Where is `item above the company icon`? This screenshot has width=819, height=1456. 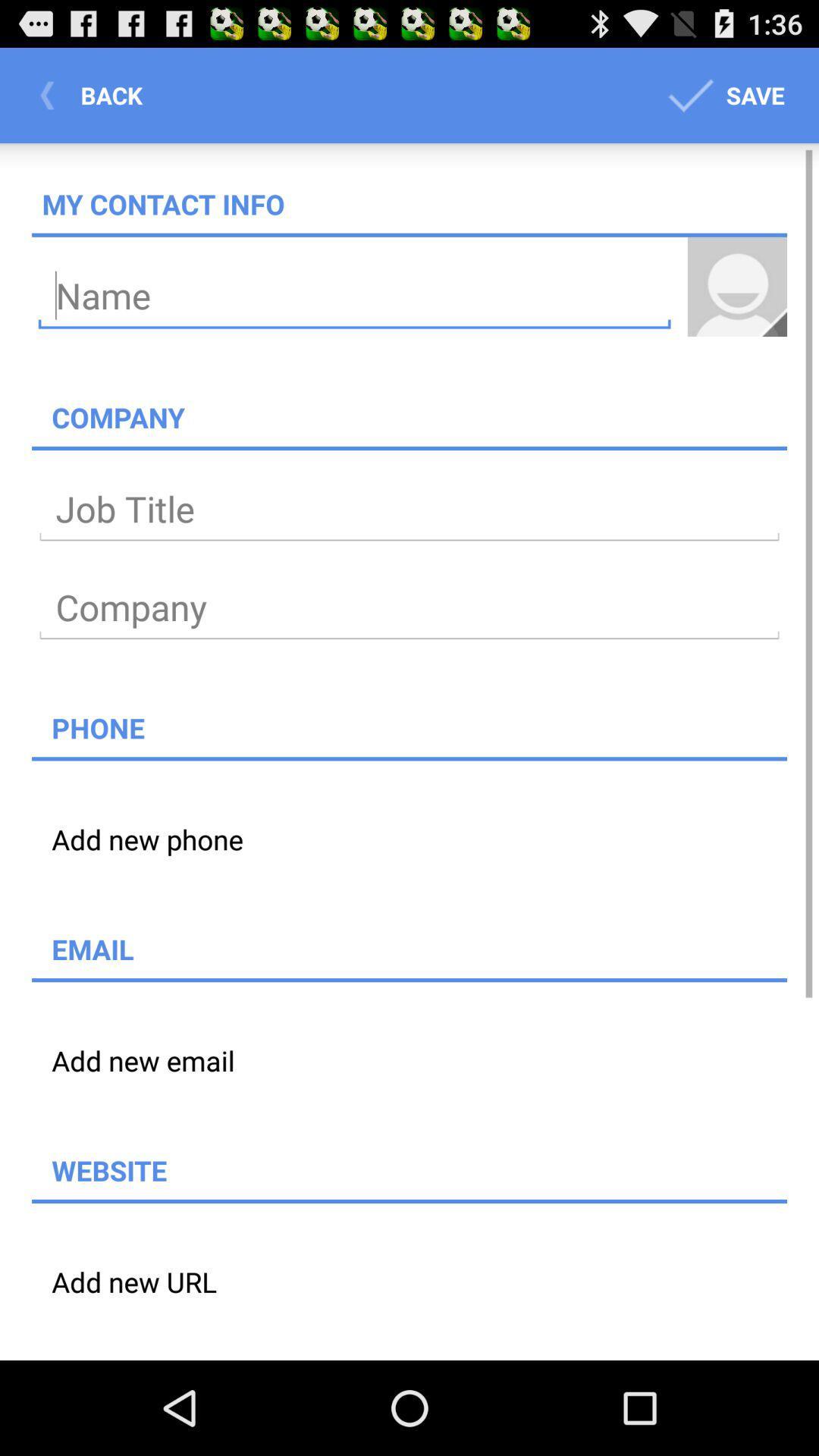 item above the company icon is located at coordinates (736, 287).